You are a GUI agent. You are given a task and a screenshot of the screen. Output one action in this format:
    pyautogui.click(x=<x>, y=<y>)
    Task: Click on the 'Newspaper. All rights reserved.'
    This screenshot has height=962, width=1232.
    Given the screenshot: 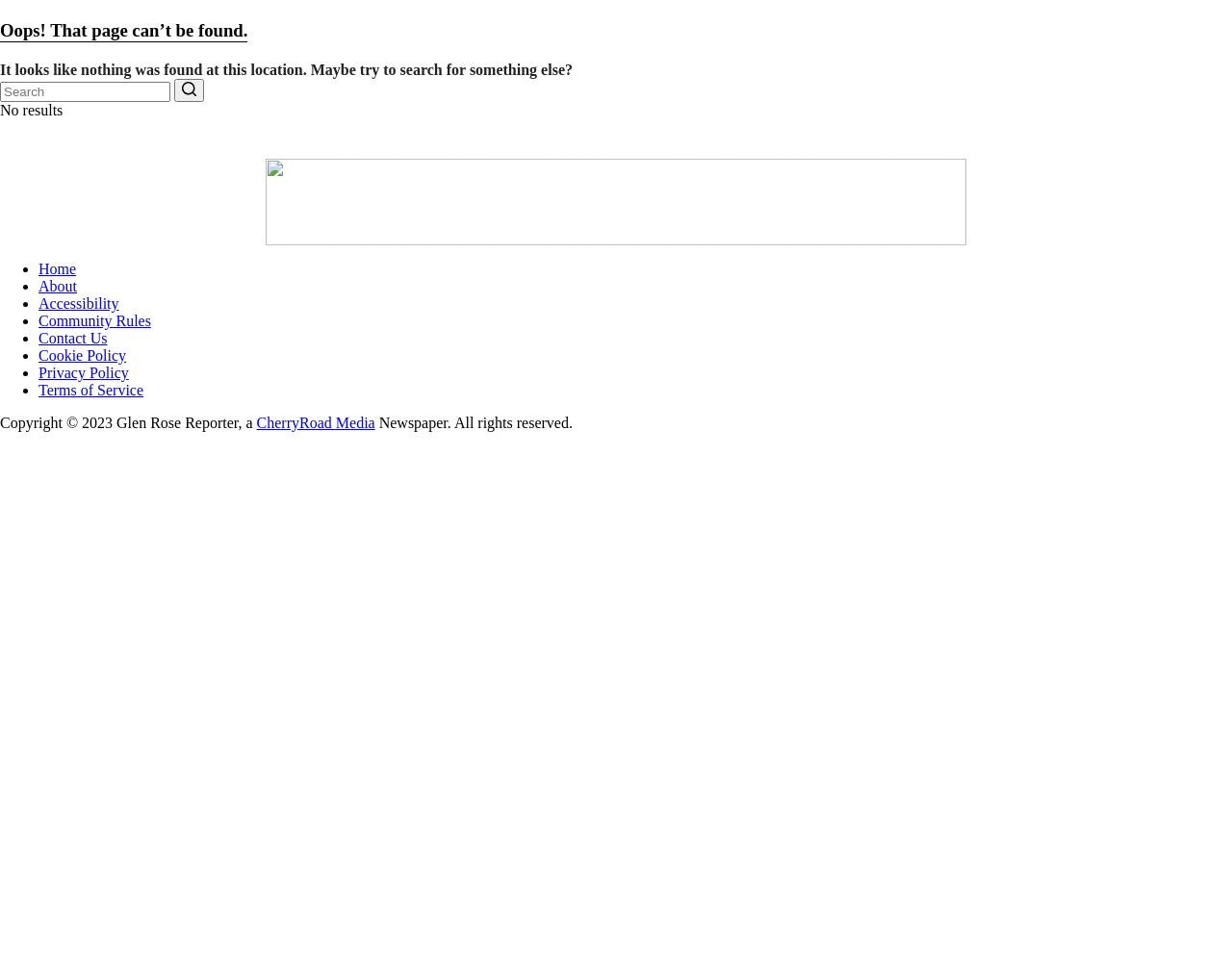 What is the action you would take?
    pyautogui.click(x=473, y=421)
    